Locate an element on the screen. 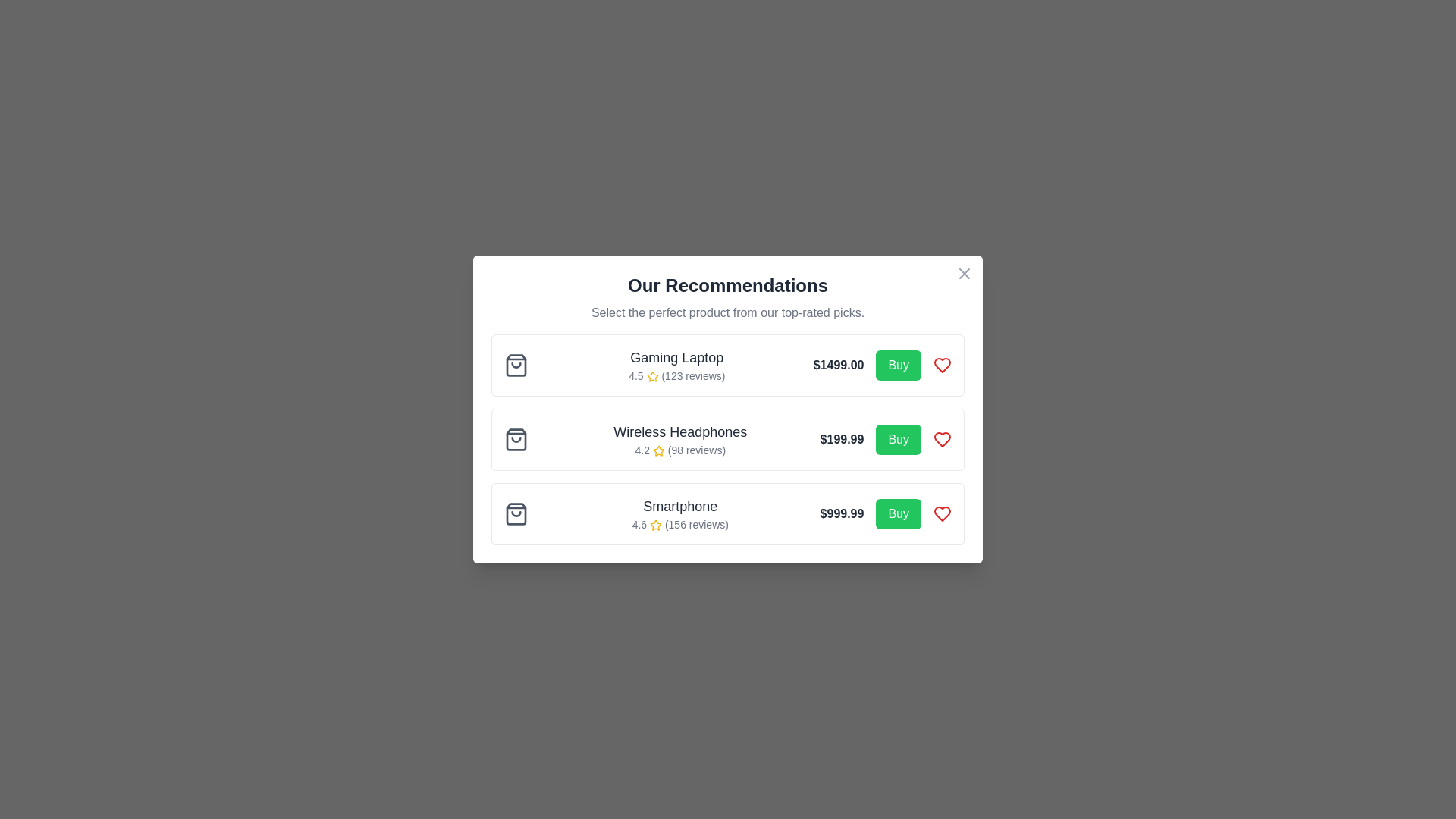 The width and height of the screenshot is (1456, 819). the product title text label located at the top of the recommendation card, which is the first card in a list of recommended products is located at coordinates (676, 357).